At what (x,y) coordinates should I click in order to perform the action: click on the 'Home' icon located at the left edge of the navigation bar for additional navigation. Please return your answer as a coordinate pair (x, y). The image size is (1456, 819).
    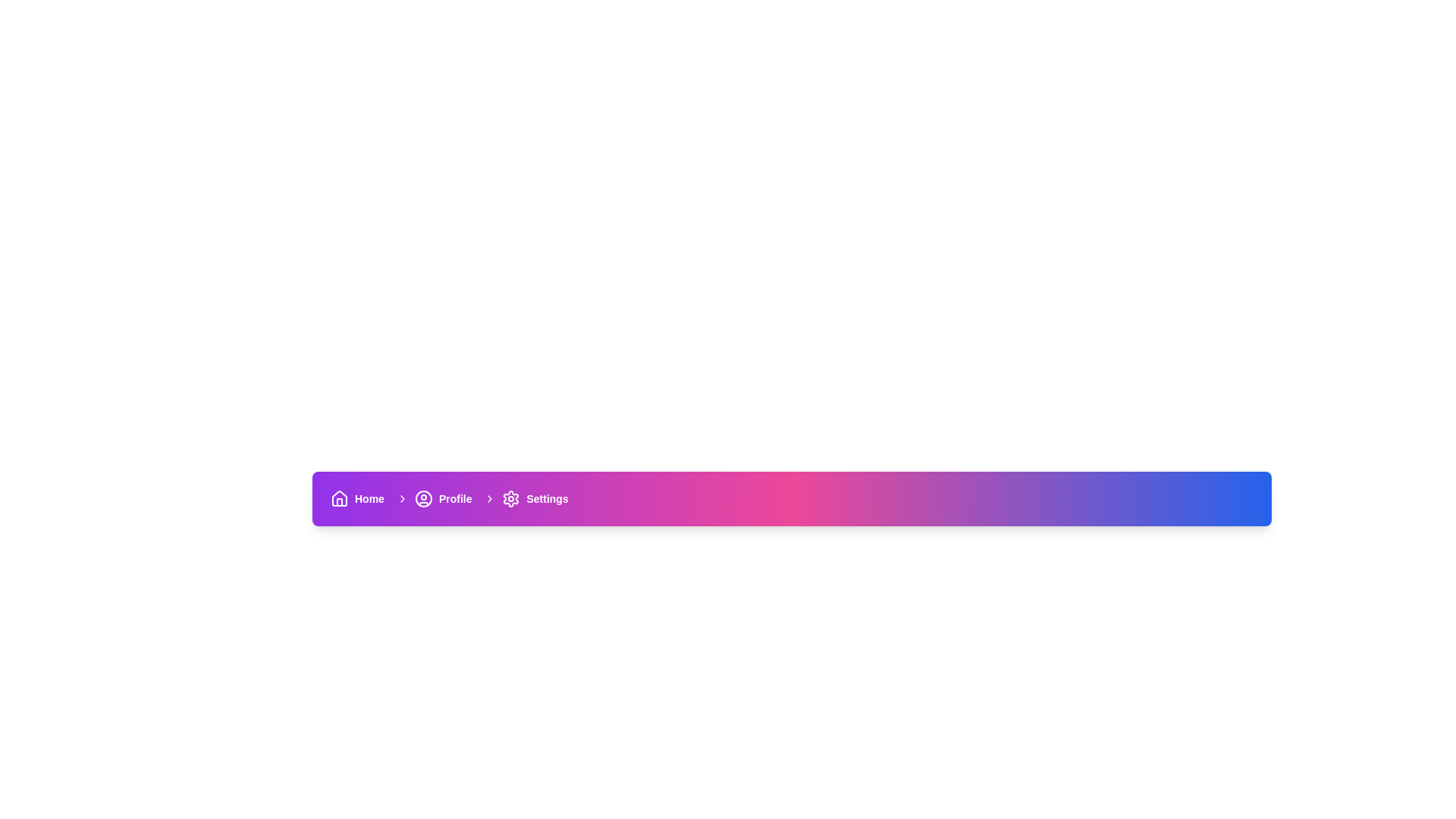
    Looking at the image, I should click on (338, 499).